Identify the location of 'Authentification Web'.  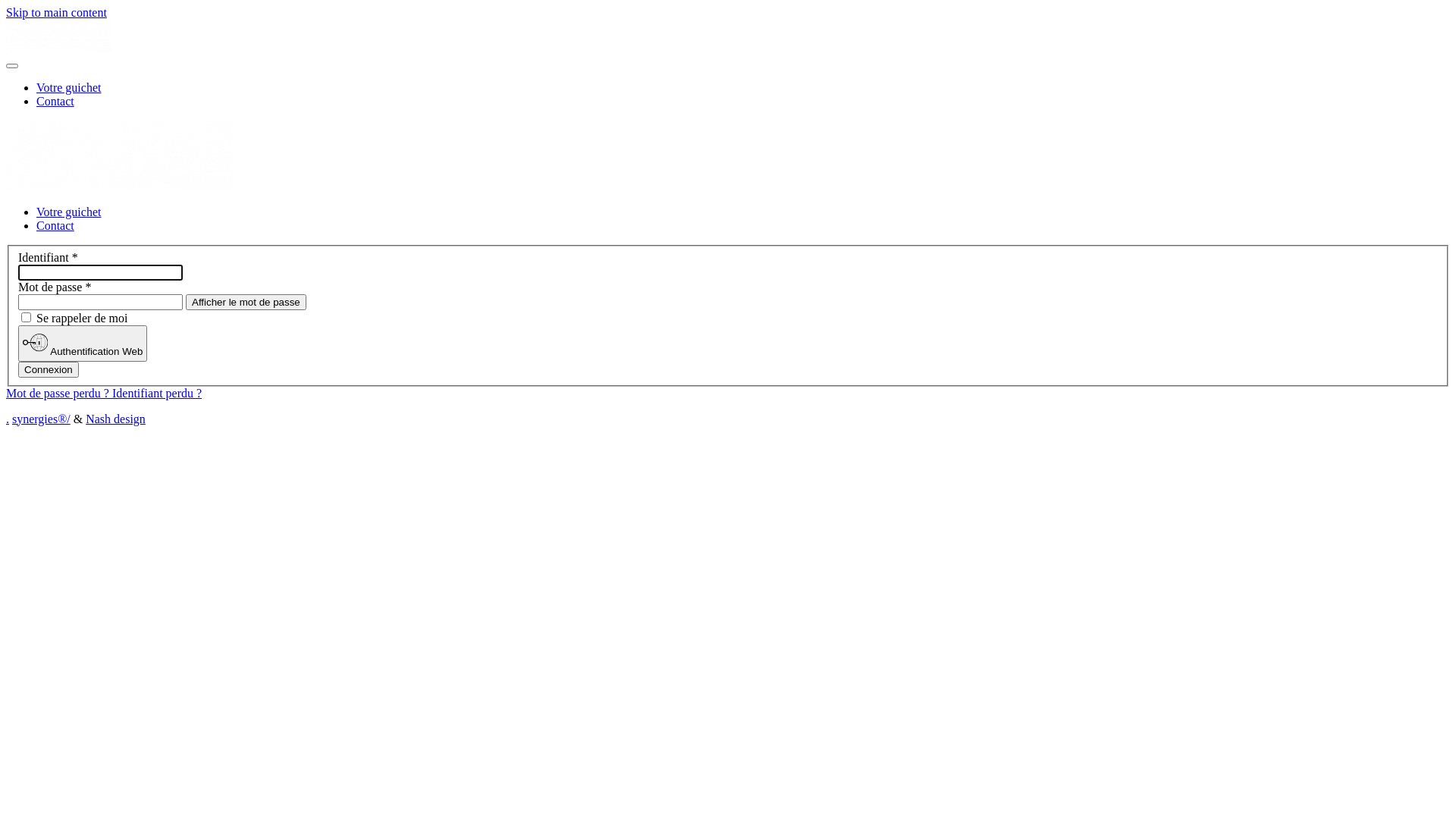
(18, 343).